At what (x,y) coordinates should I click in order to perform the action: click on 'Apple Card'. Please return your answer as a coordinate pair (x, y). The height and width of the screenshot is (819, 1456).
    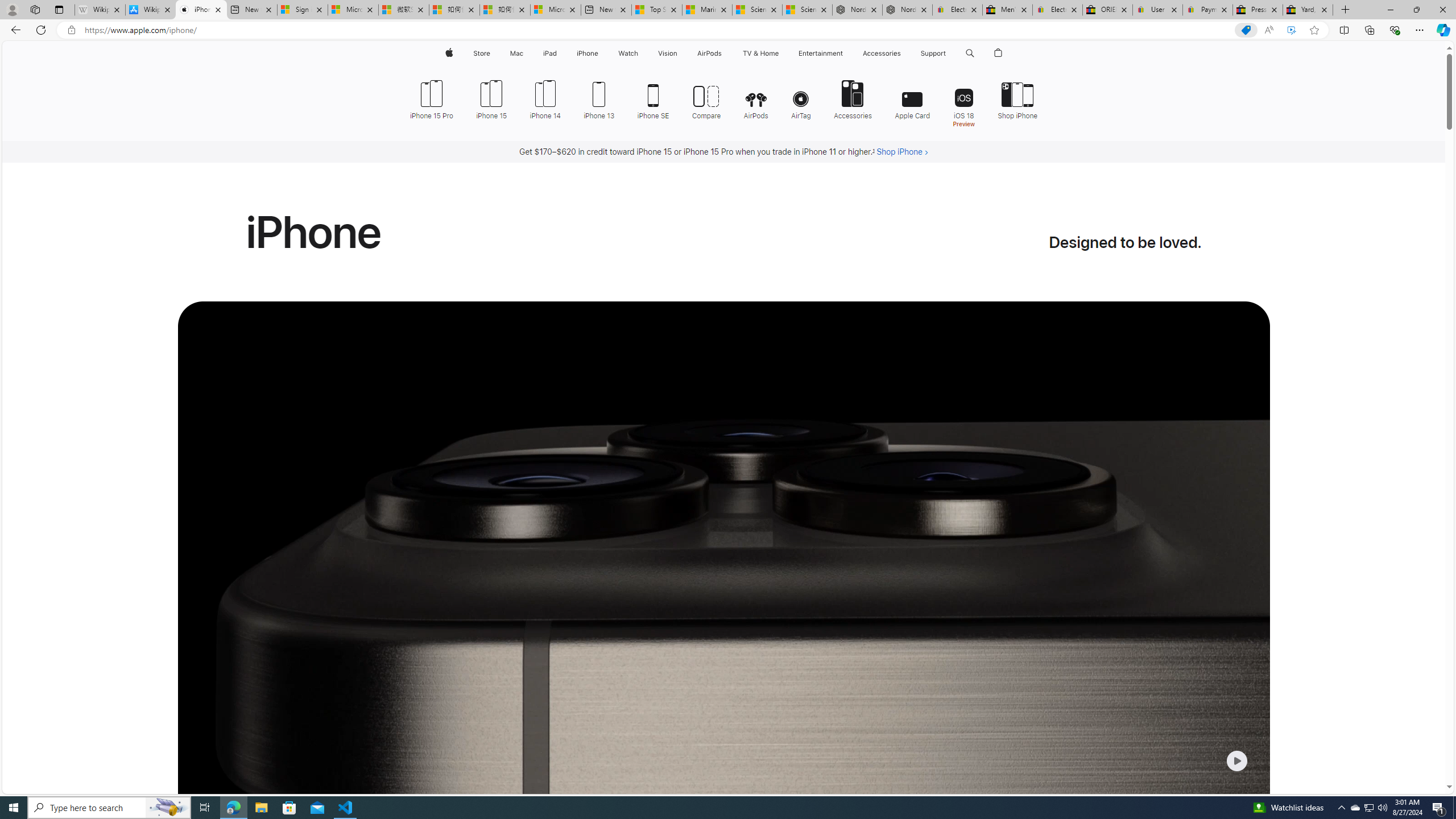
    Looking at the image, I should click on (913, 98).